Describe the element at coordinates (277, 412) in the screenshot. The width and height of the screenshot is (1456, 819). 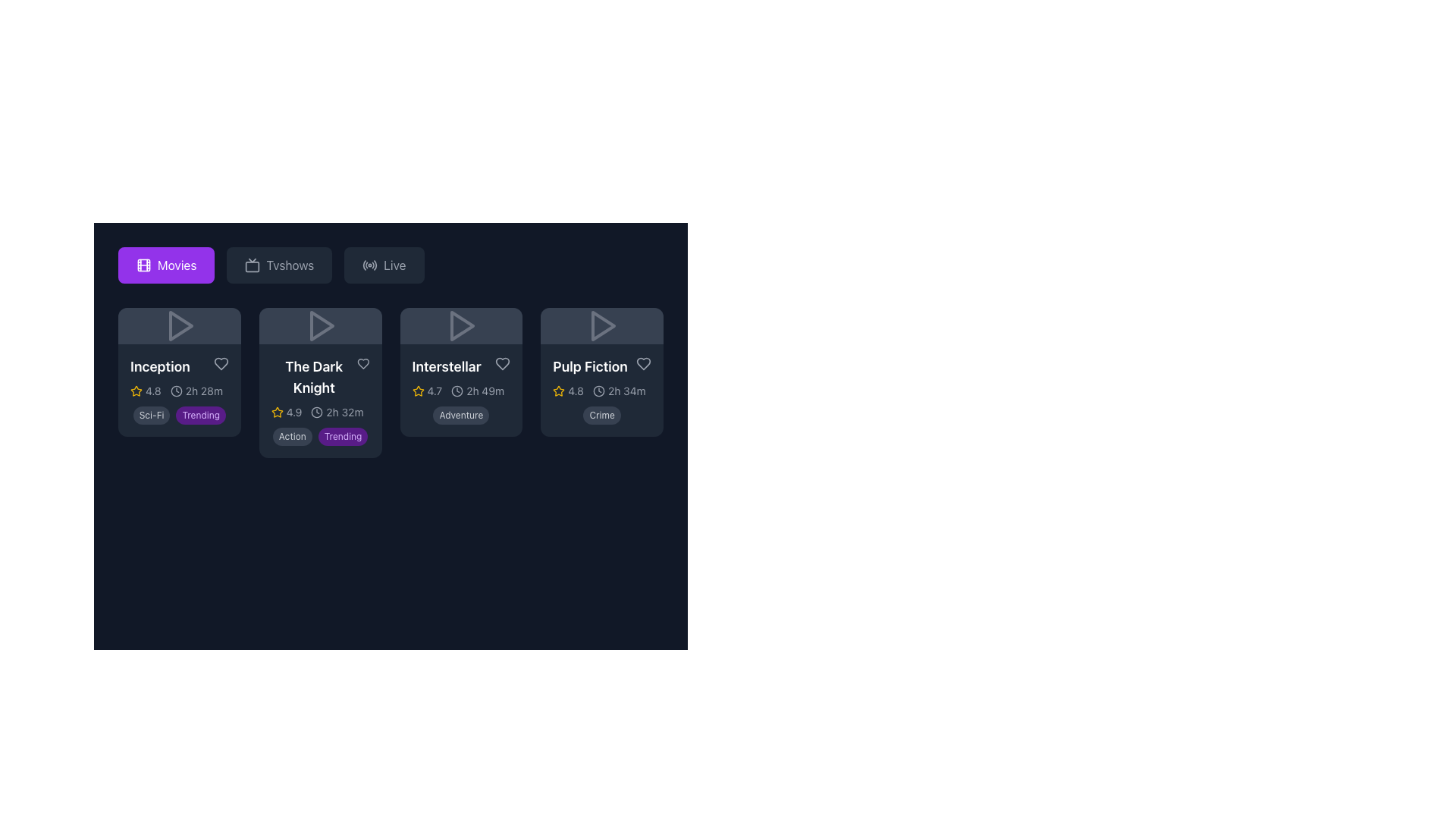
I see `the star shape icon with a yellow border next to the numerical rating '4.9' in the movie card for 'The Dark Knight'` at that location.